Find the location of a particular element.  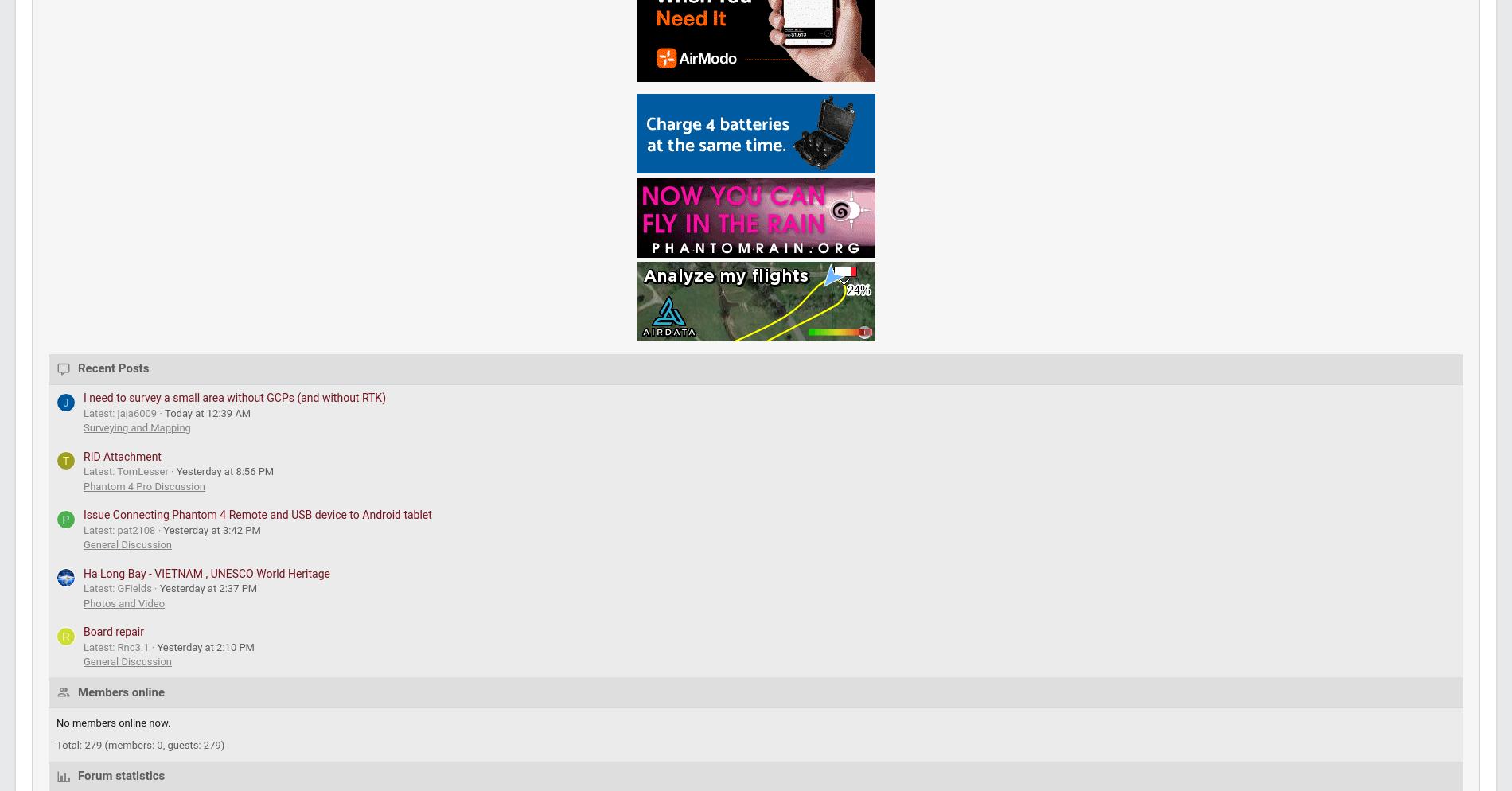

'PhantomPilots is the leading online community for DJI Phantom drone enthusiasts and a member of the' is located at coordinates (357, 408).